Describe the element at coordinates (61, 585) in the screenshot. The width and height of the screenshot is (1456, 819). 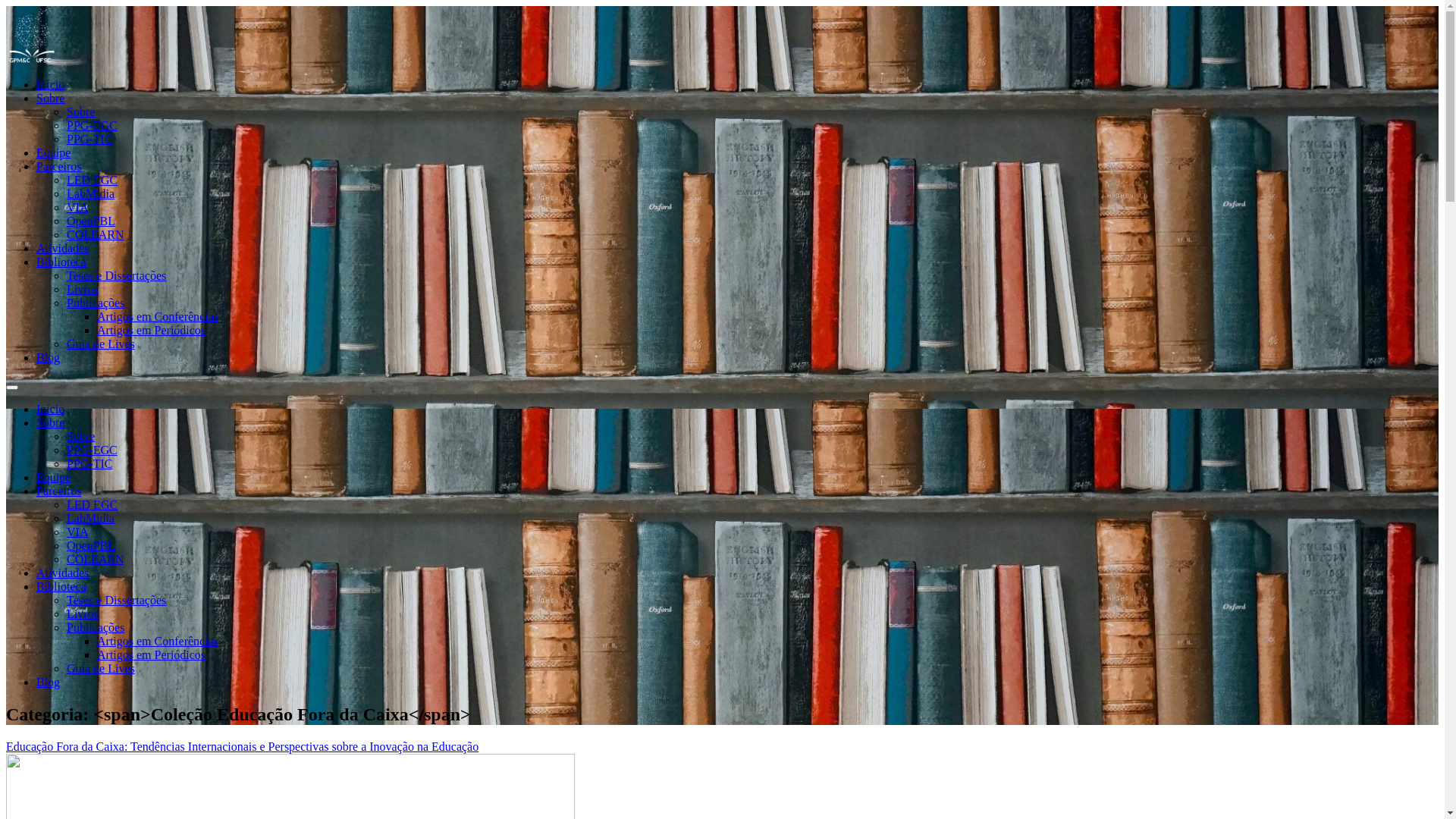
I see `'Biblioteca'` at that location.